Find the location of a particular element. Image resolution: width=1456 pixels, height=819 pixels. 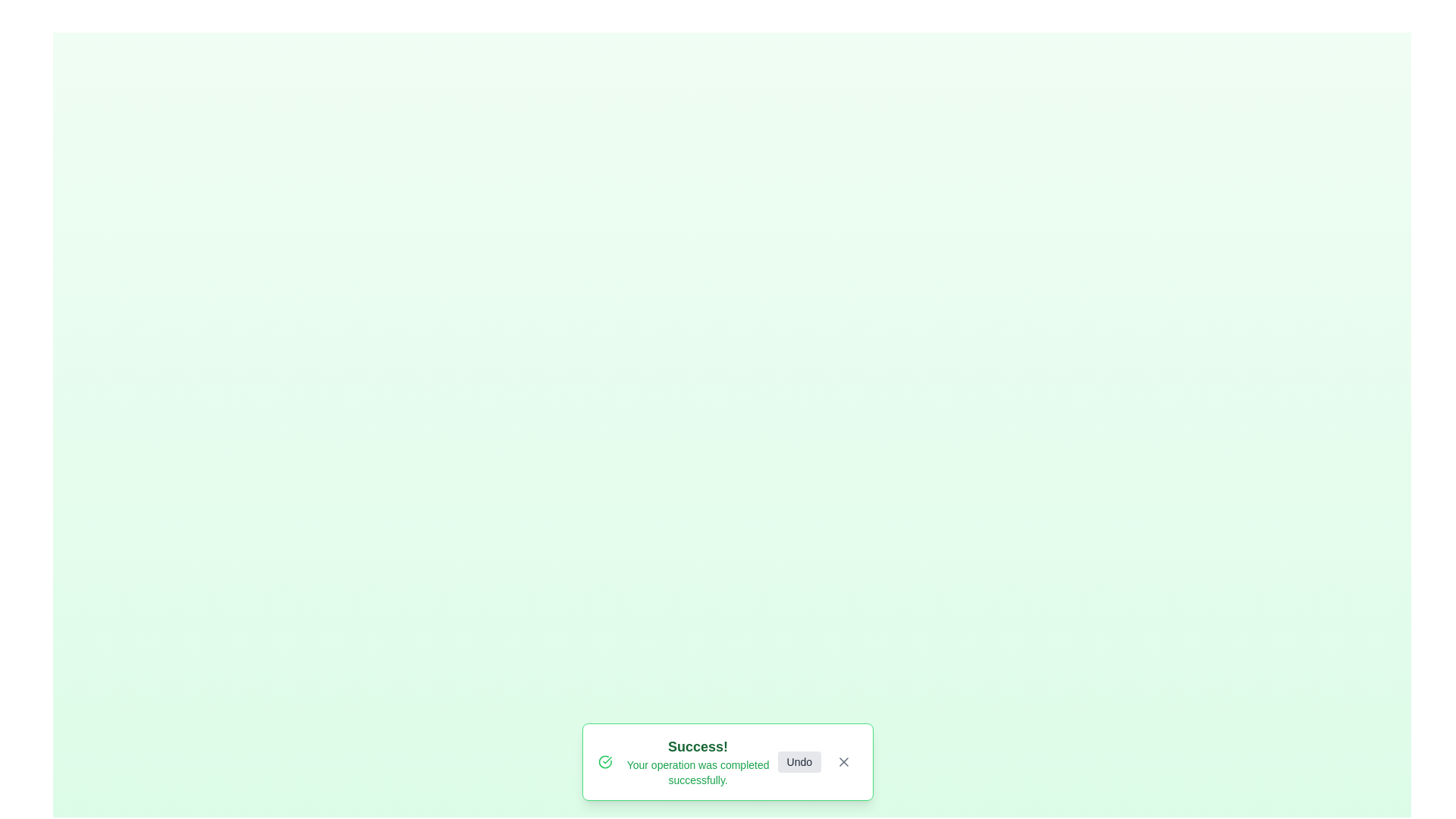

'Undo' button to reverse the operation is located at coordinates (799, 762).